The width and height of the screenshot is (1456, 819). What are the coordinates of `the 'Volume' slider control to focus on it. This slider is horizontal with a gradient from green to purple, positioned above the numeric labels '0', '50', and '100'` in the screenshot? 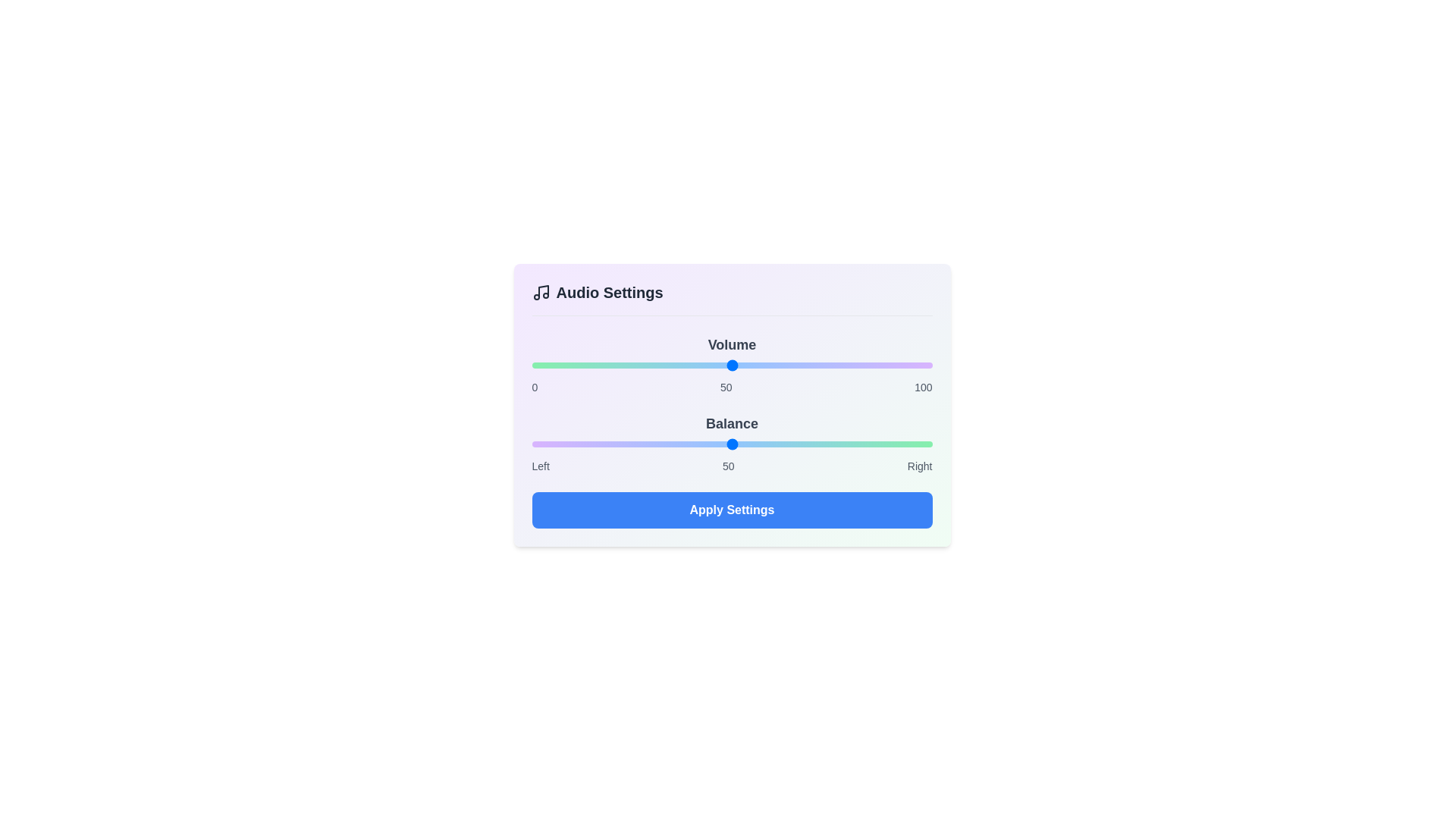 It's located at (732, 365).